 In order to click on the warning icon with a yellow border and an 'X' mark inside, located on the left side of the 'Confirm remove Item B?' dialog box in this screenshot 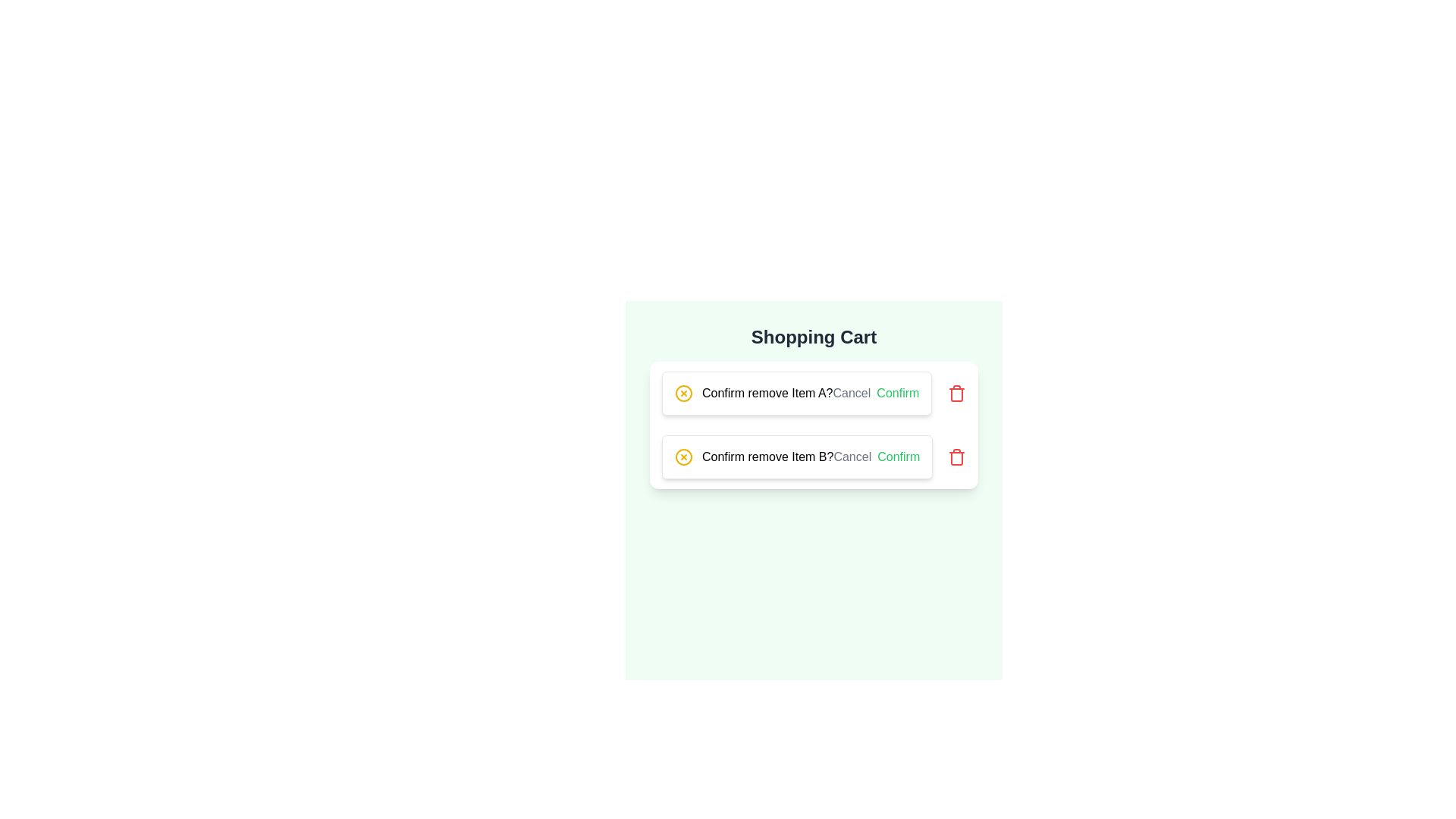, I will do `click(683, 456)`.